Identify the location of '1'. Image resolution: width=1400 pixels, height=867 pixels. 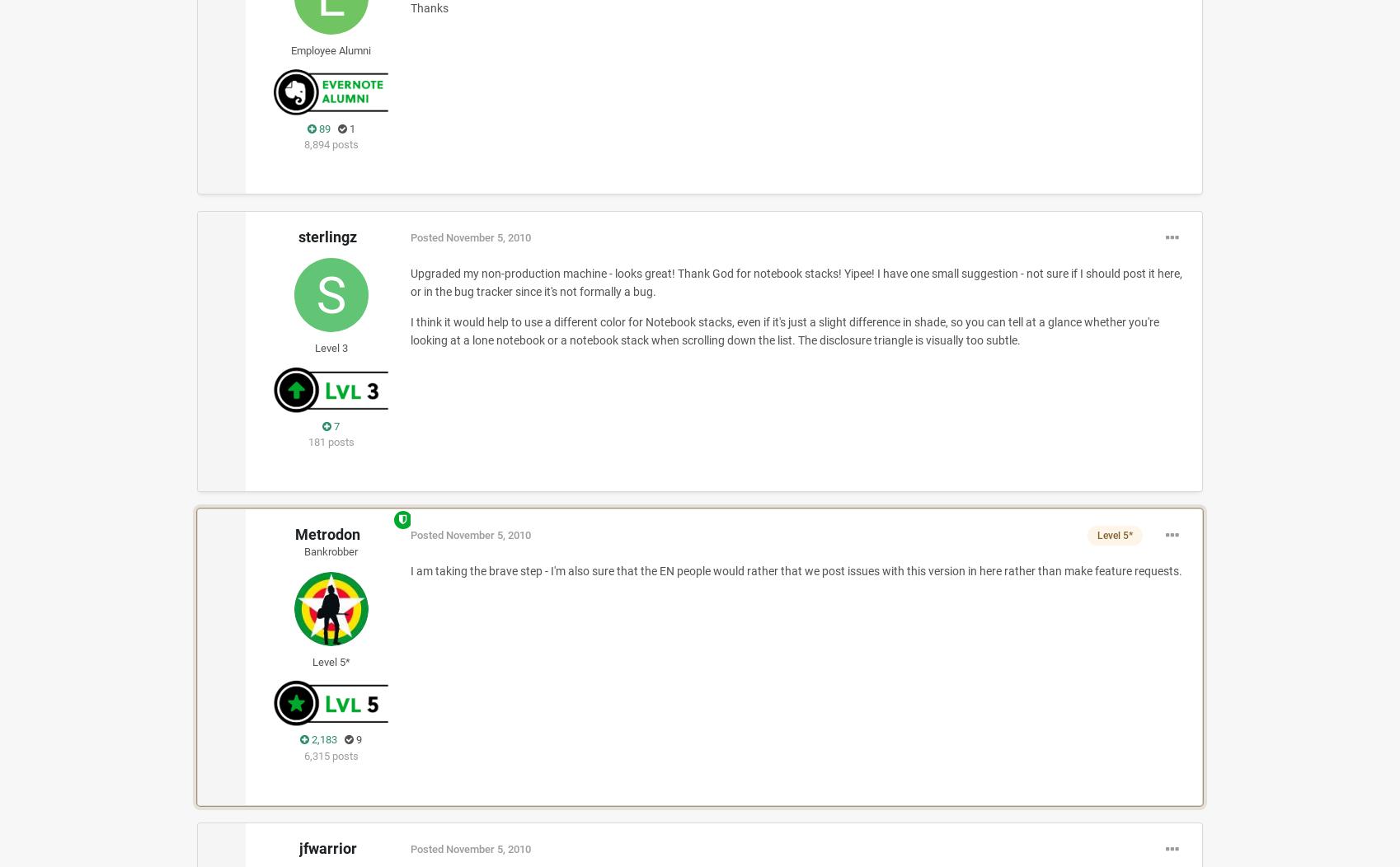
(350, 127).